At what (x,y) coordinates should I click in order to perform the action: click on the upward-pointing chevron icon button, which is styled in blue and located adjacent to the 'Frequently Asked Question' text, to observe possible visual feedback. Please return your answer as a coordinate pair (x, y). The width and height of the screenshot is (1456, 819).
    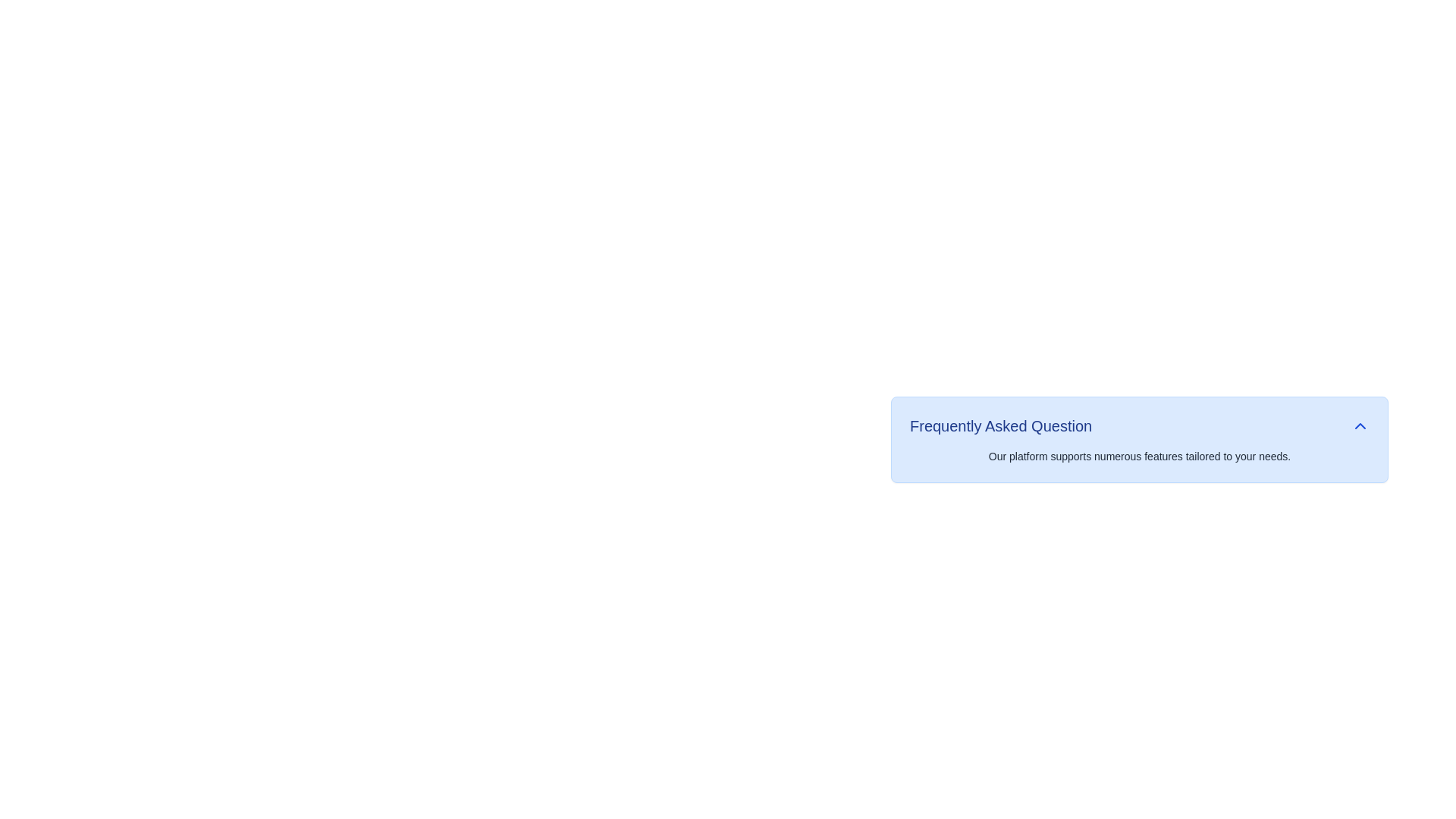
    Looking at the image, I should click on (1360, 426).